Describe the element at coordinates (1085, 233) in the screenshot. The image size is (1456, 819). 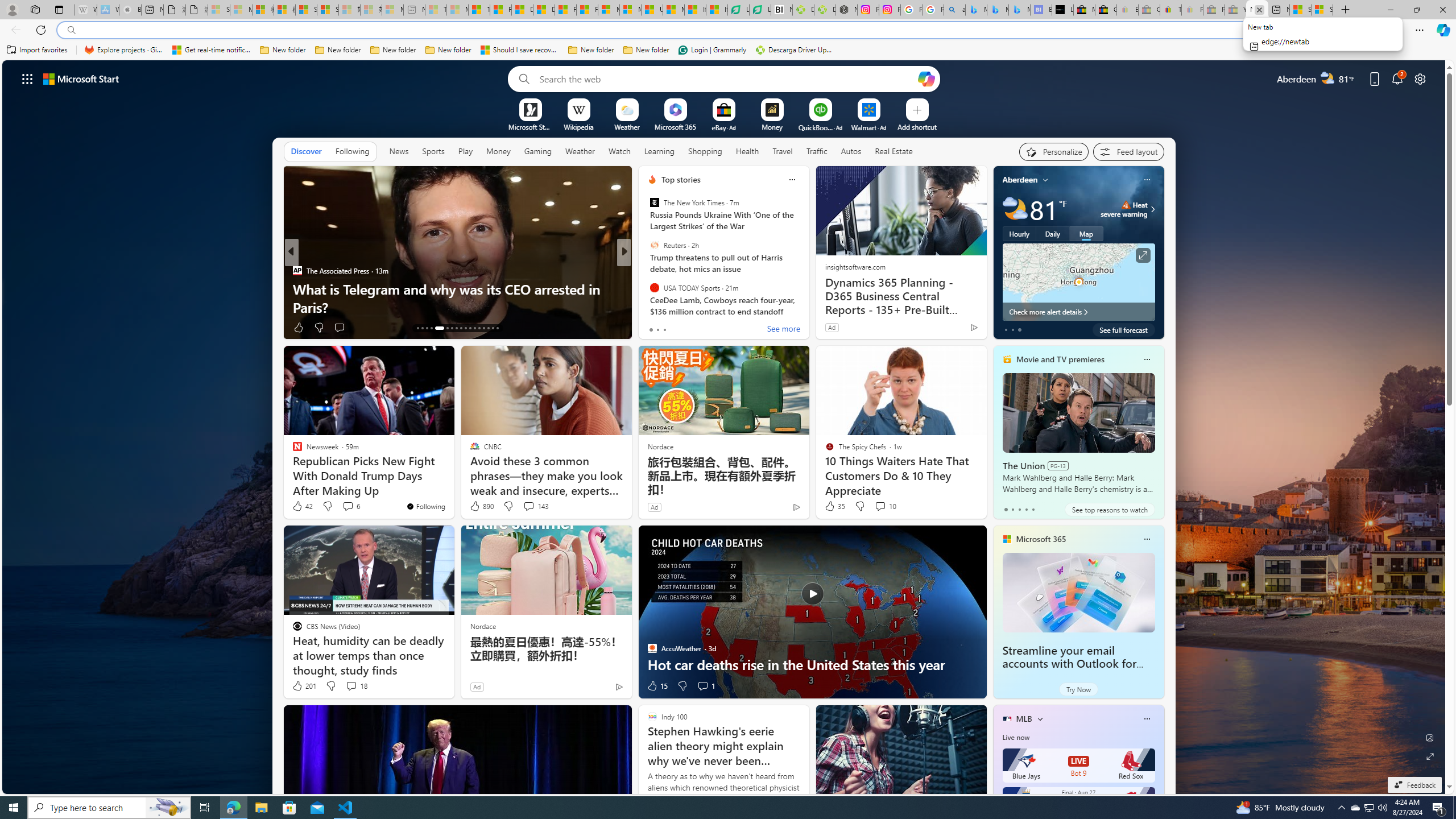
I see `'Map'` at that location.